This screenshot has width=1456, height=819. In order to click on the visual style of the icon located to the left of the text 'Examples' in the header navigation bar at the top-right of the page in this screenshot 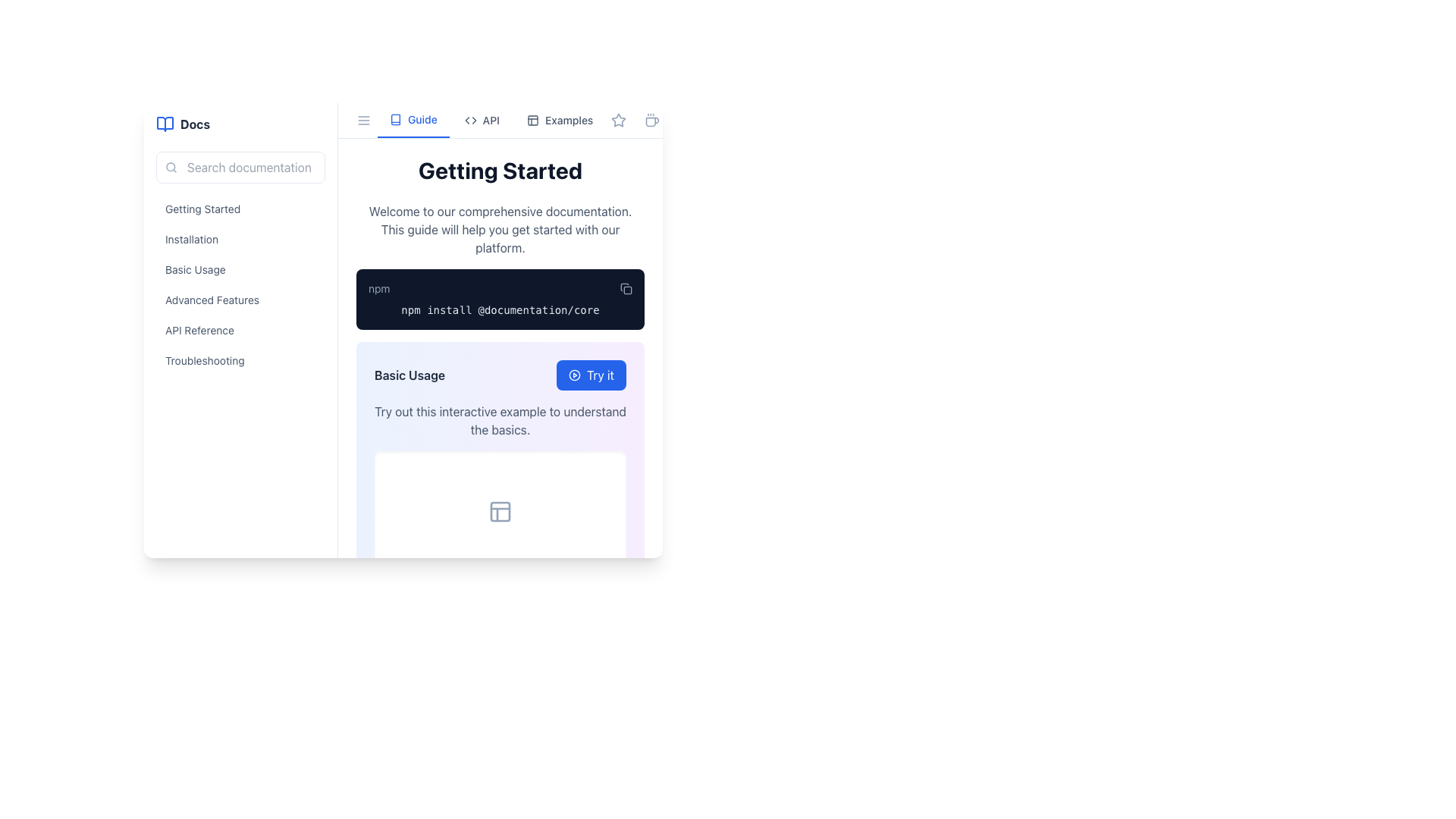, I will do `click(532, 119)`.